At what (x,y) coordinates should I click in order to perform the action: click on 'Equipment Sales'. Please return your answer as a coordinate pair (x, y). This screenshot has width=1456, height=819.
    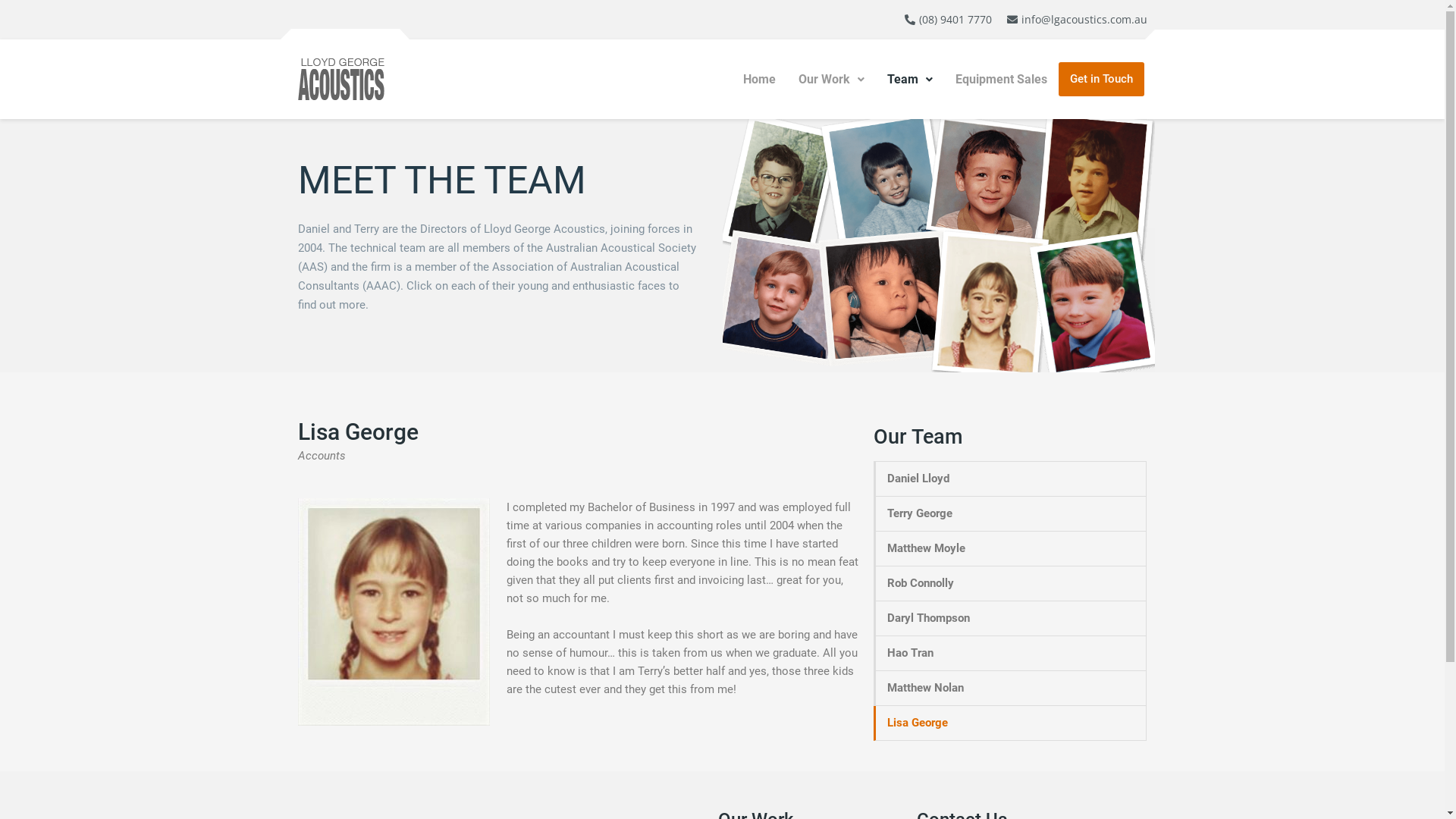
    Looking at the image, I should click on (1001, 79).